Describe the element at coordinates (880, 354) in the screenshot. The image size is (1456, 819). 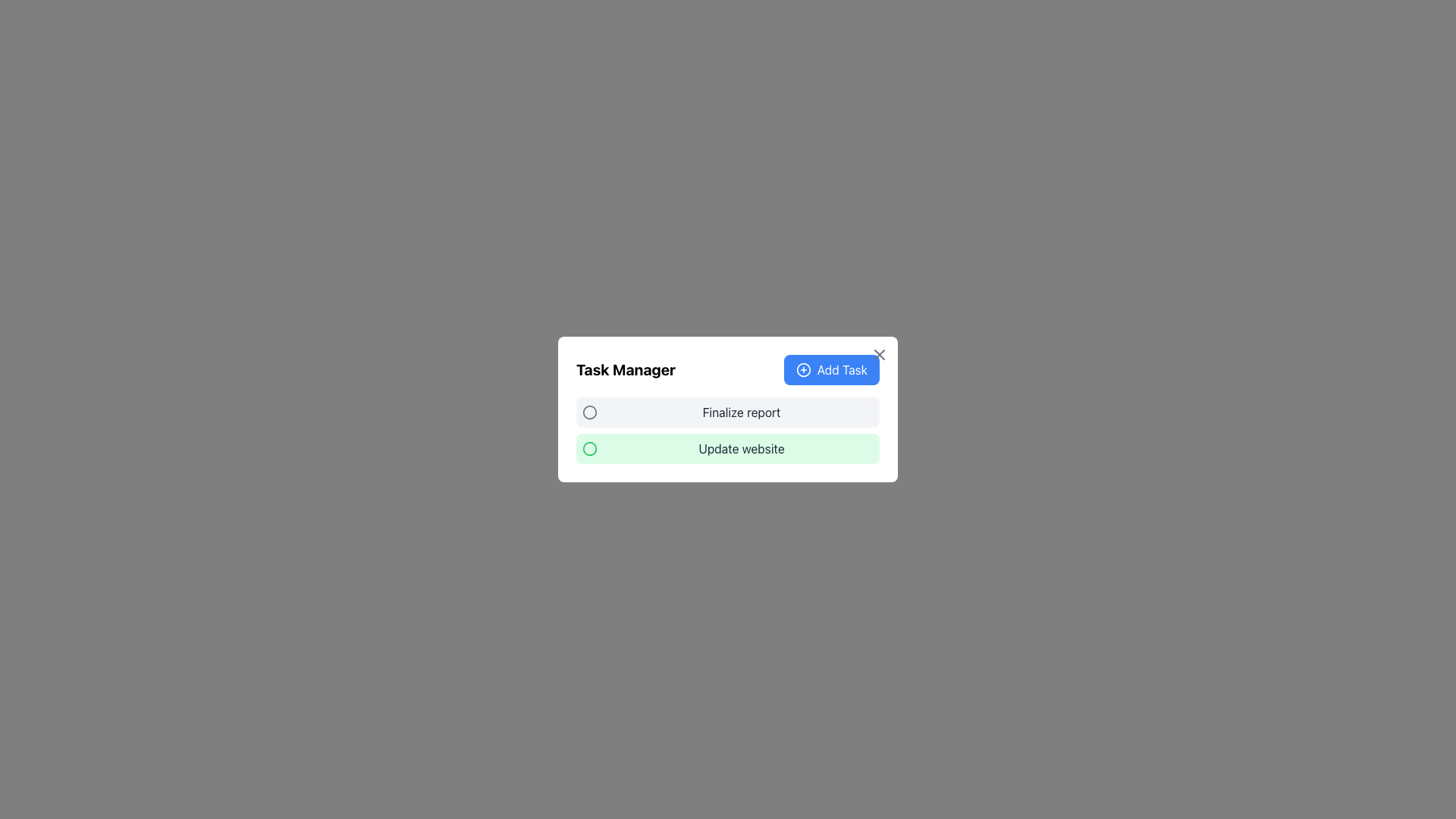
I see `the Close icon, represented by a small cross within a square boundary, located at the top-right corner of the task management widget` at that location.